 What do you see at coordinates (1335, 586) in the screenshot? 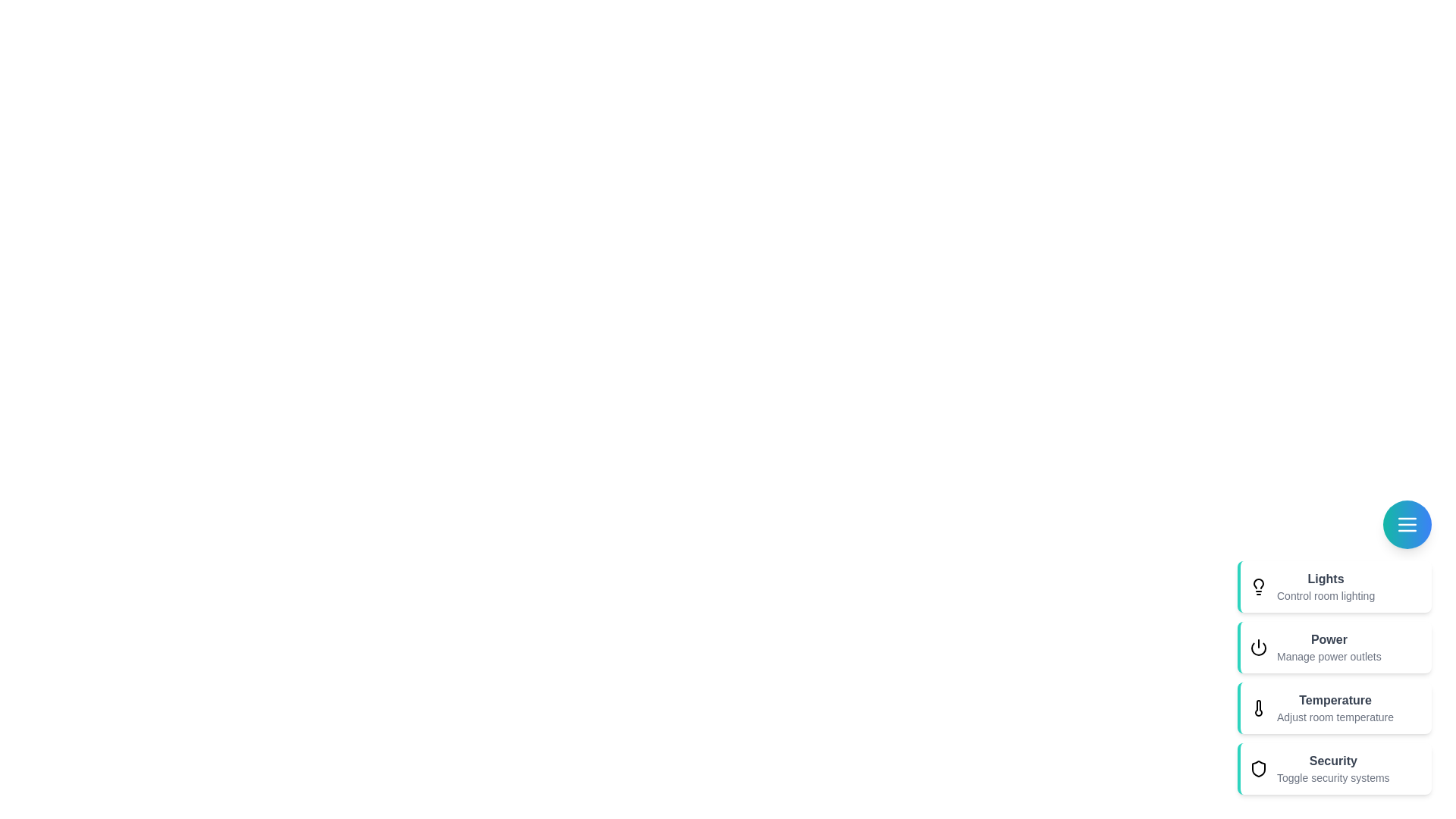
I see `the Lights action from the menu` at bounding box center [1335, 586].